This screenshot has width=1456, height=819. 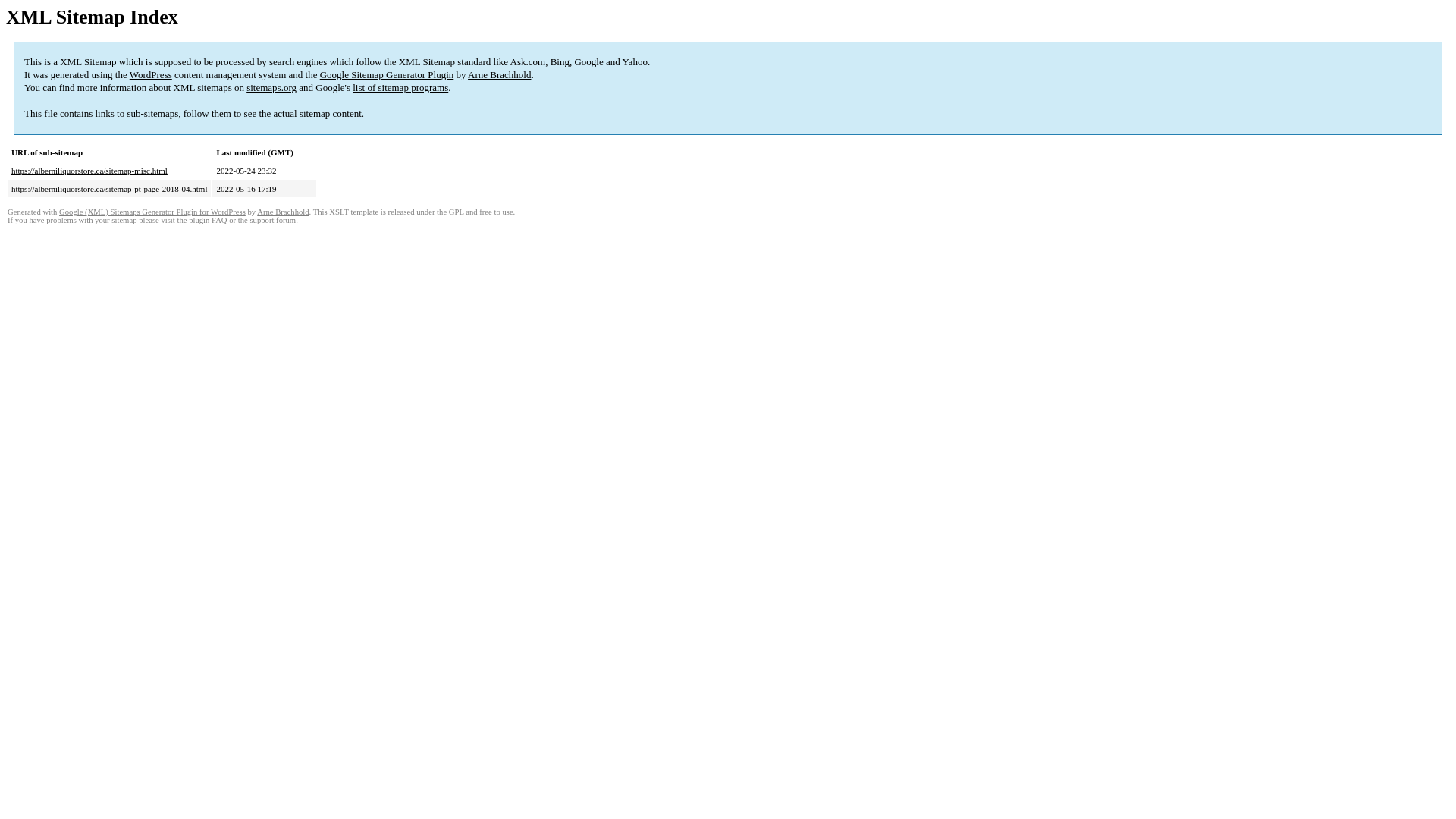 What do you see at coordinates (499, 74) in the screenshot?
I see `'Arne Brachhold'` at bounding box center [499, 74].